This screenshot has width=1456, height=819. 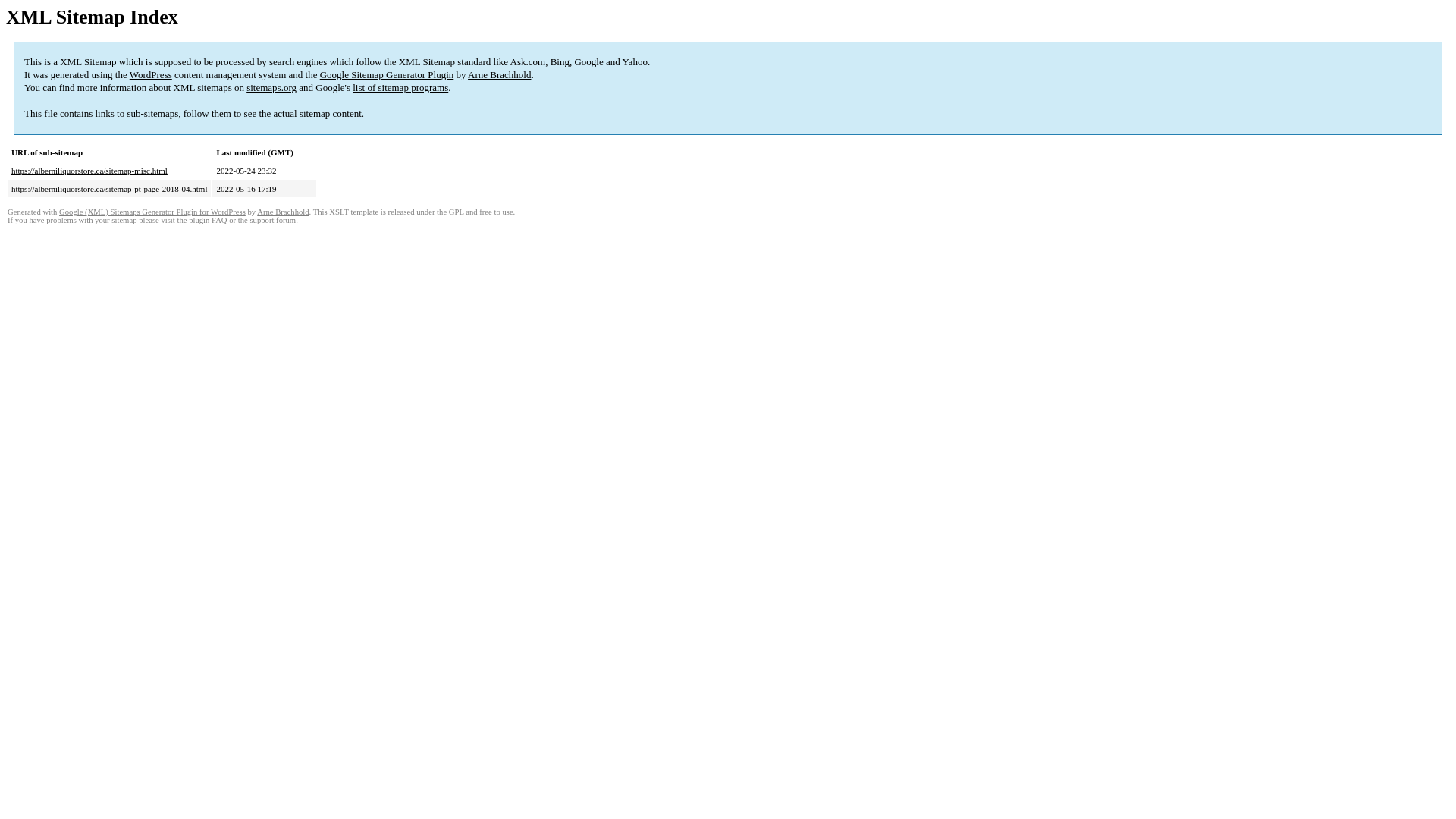 What do you see at coordinates (499, 74) in the screenshot?
I see `'Arne Brachhold'` at bounding box center [499, 74].